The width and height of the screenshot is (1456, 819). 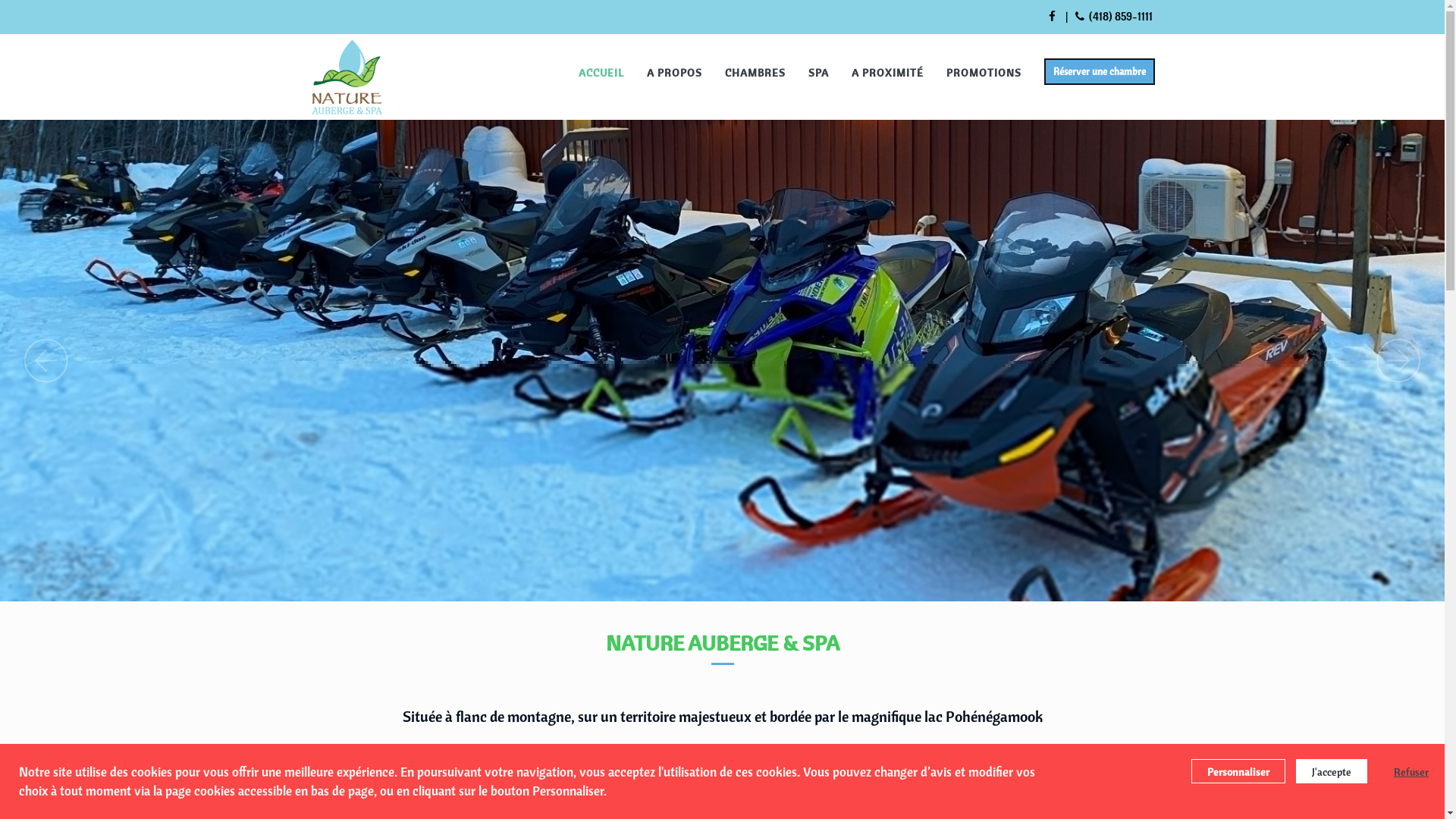 What do you see at coordinates (1331, 771) in the screenshot?
I see `'J'accepte'` at bounding box center [1331, 771].